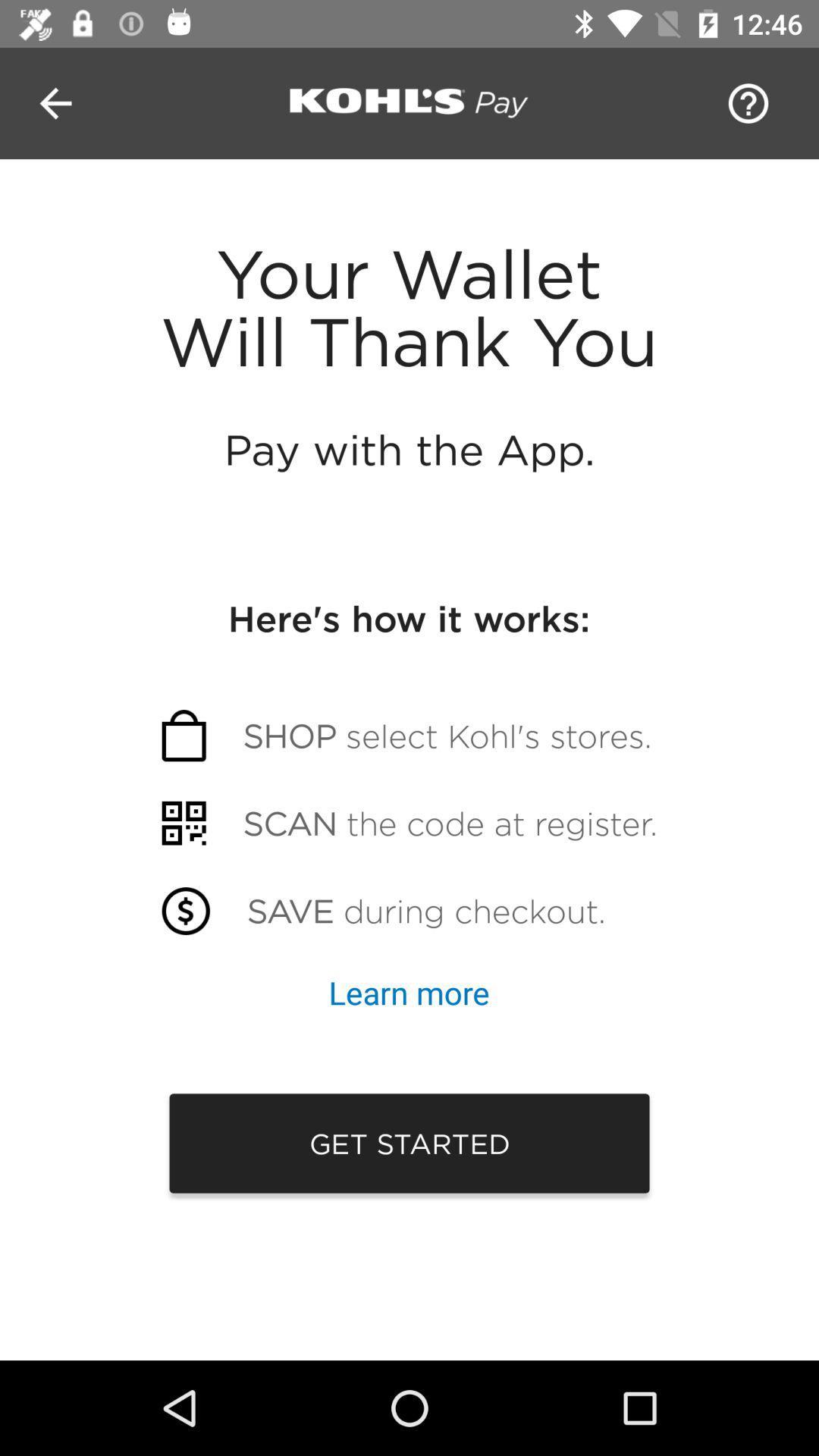 This screenshot has height=1456, width=819. I want to click on the button which is above get started, so click(409, 992).